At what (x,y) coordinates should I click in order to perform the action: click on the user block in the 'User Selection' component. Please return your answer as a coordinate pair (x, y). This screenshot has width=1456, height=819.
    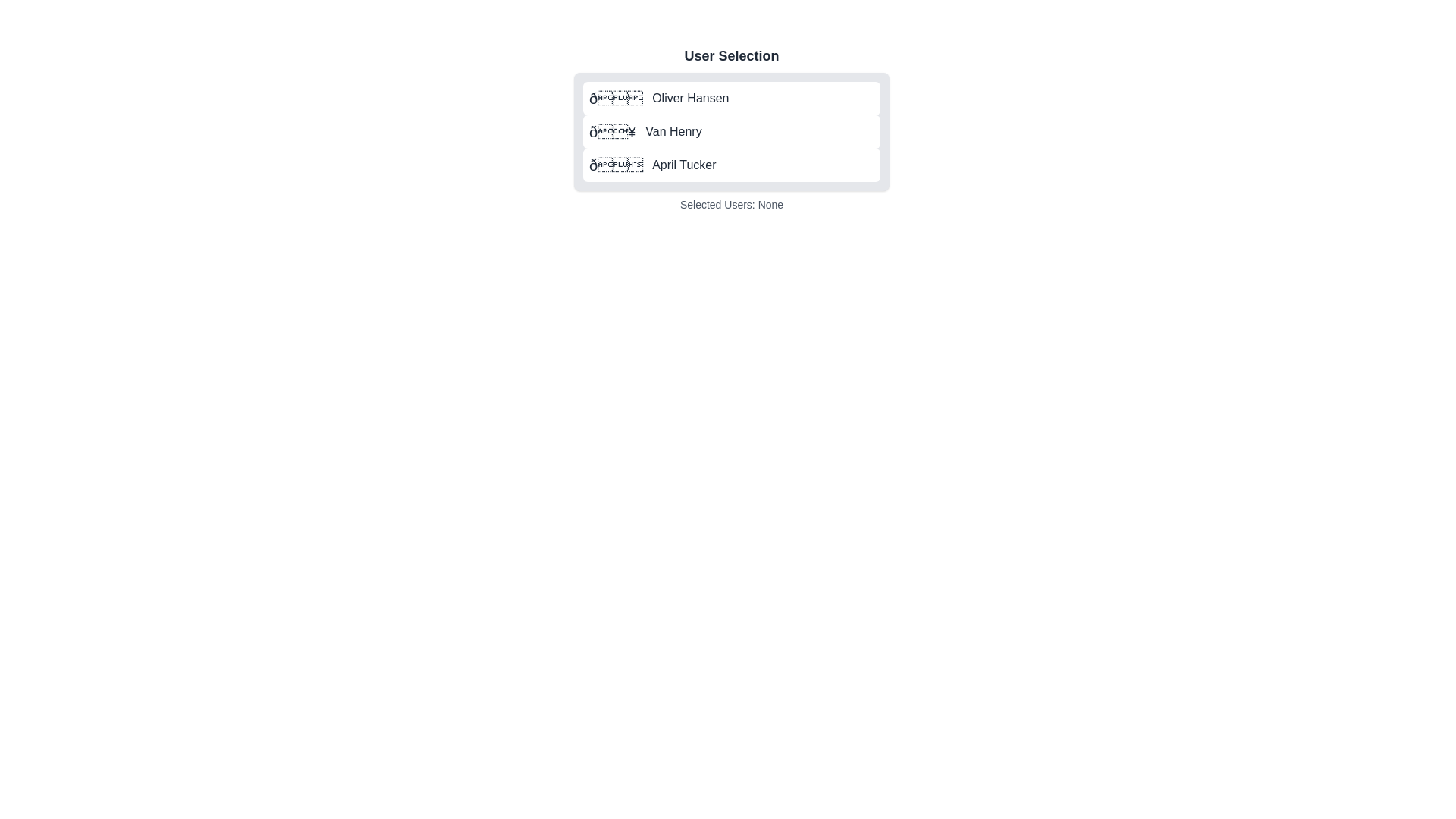
    Looking at the image, I should click on (731, 127).